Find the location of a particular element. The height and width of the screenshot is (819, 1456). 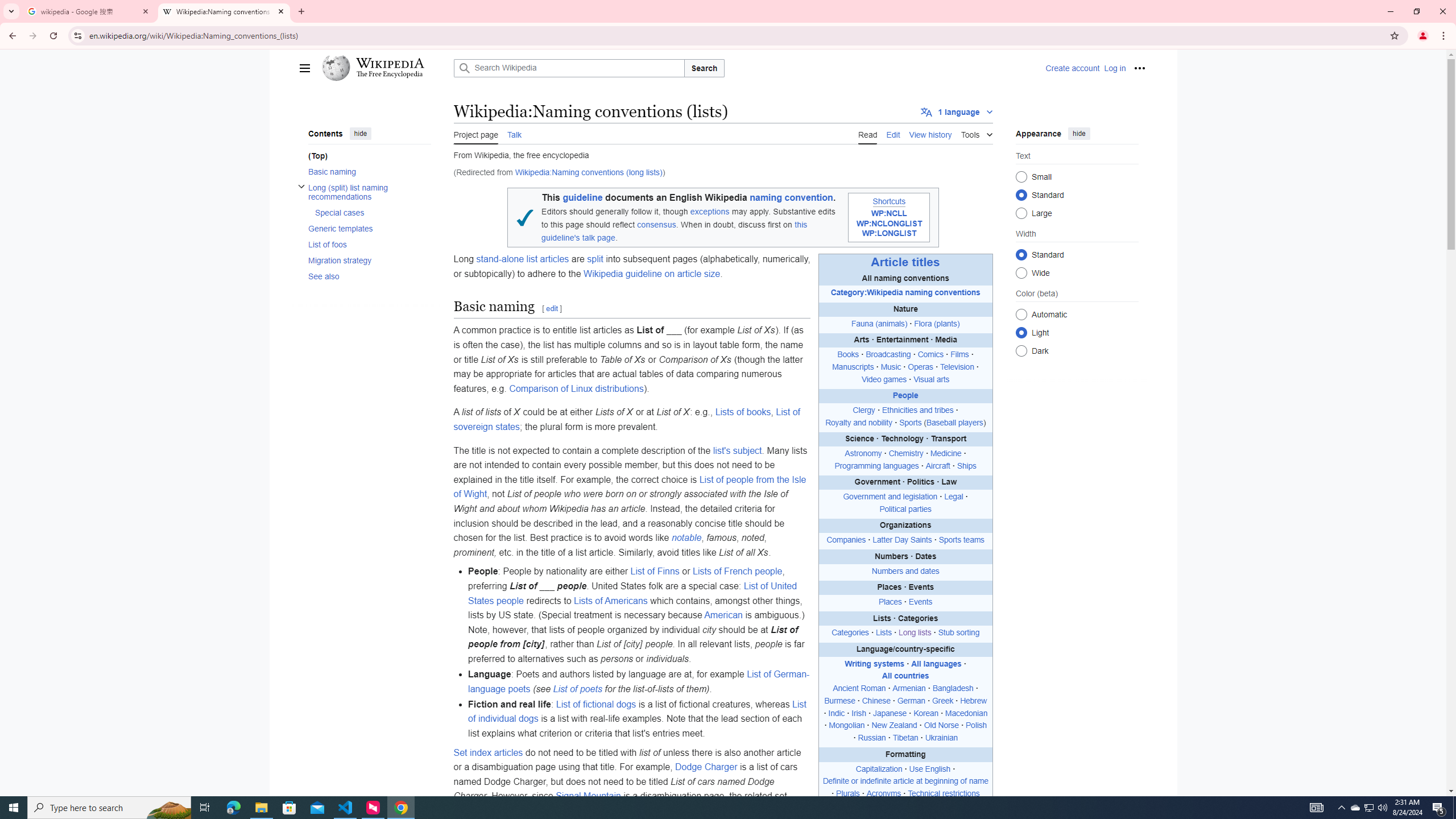

'Set index articles' is located at coordinates (487, 751).